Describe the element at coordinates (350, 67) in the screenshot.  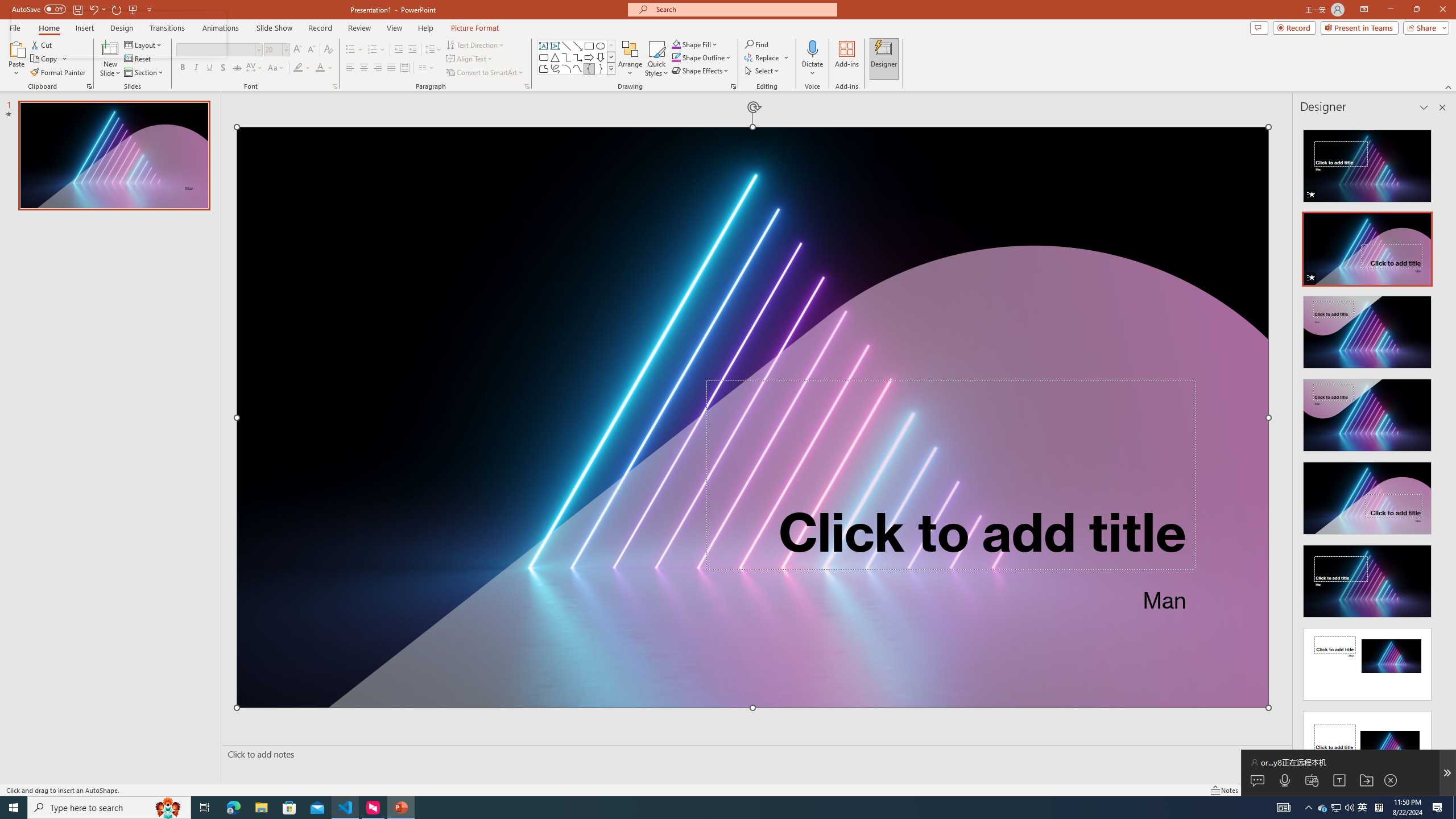
I see `'Align Left'` at that location.